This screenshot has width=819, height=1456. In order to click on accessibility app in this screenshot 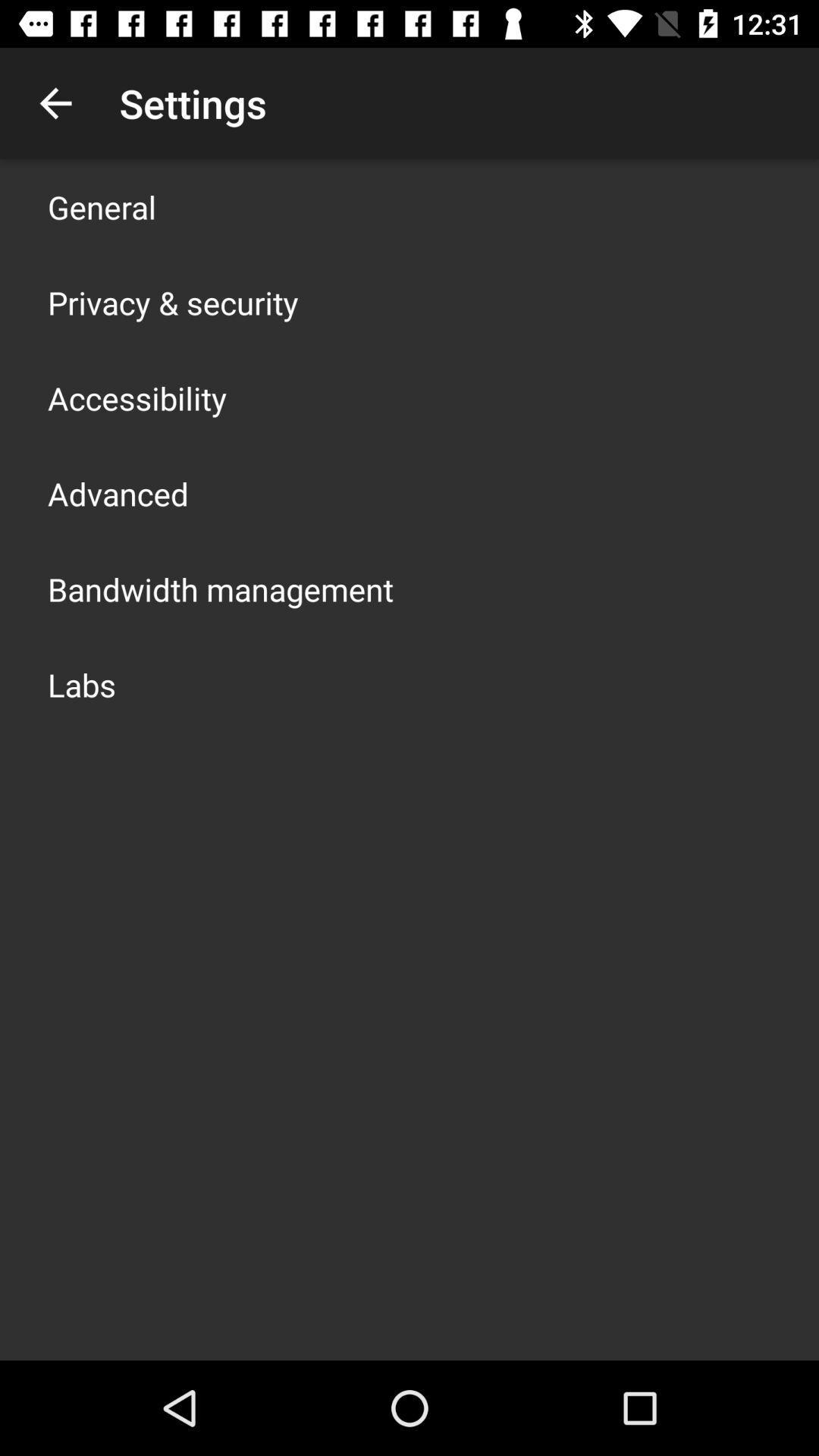, I will do `click(137, 397)`.